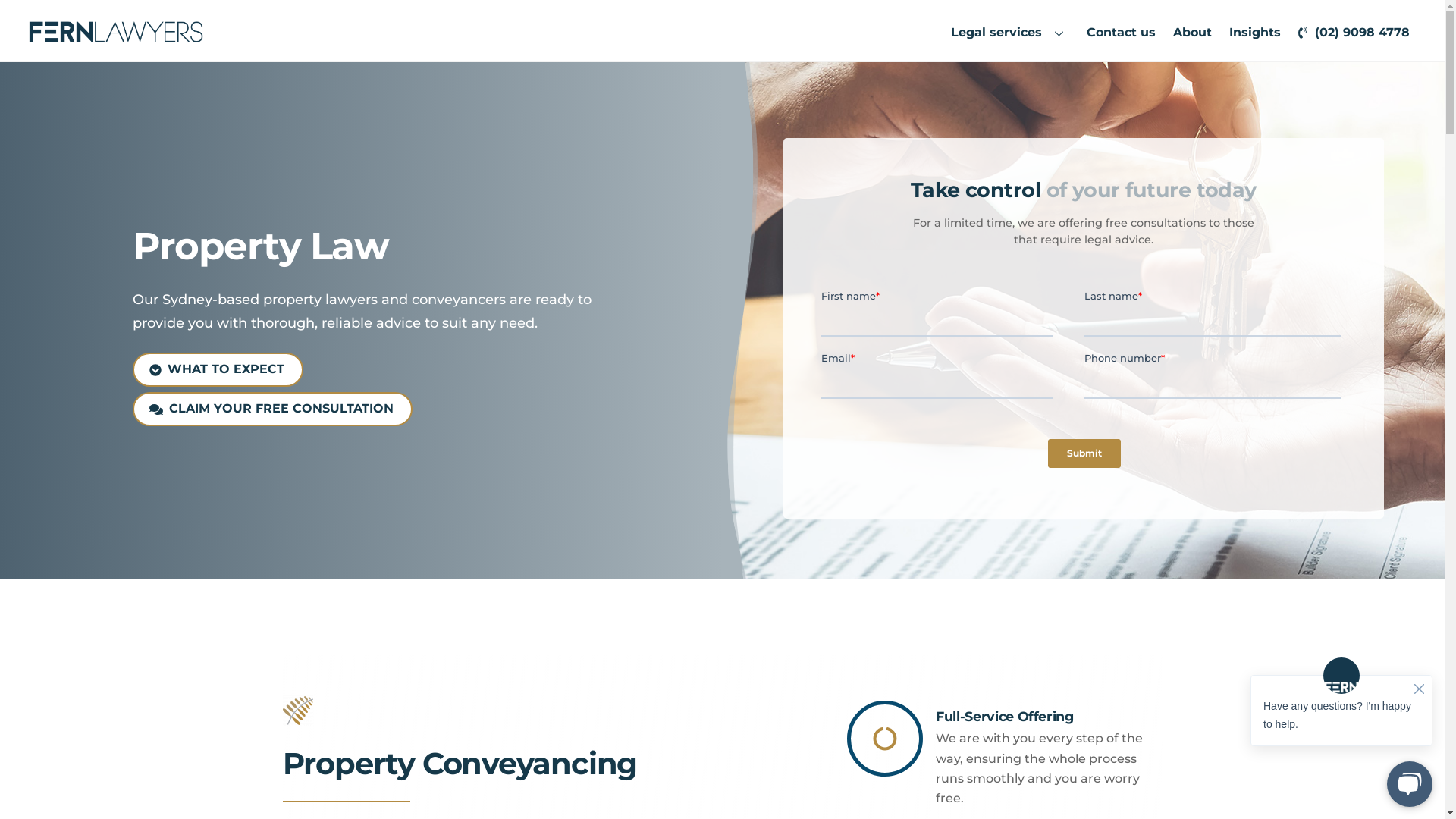  What do you see at coordinates (115, 32) in the screenshot?
I see `'$_FERN_MASTERLOGO_RGB_DEEPSEA'` at bounding box center [115, 32].